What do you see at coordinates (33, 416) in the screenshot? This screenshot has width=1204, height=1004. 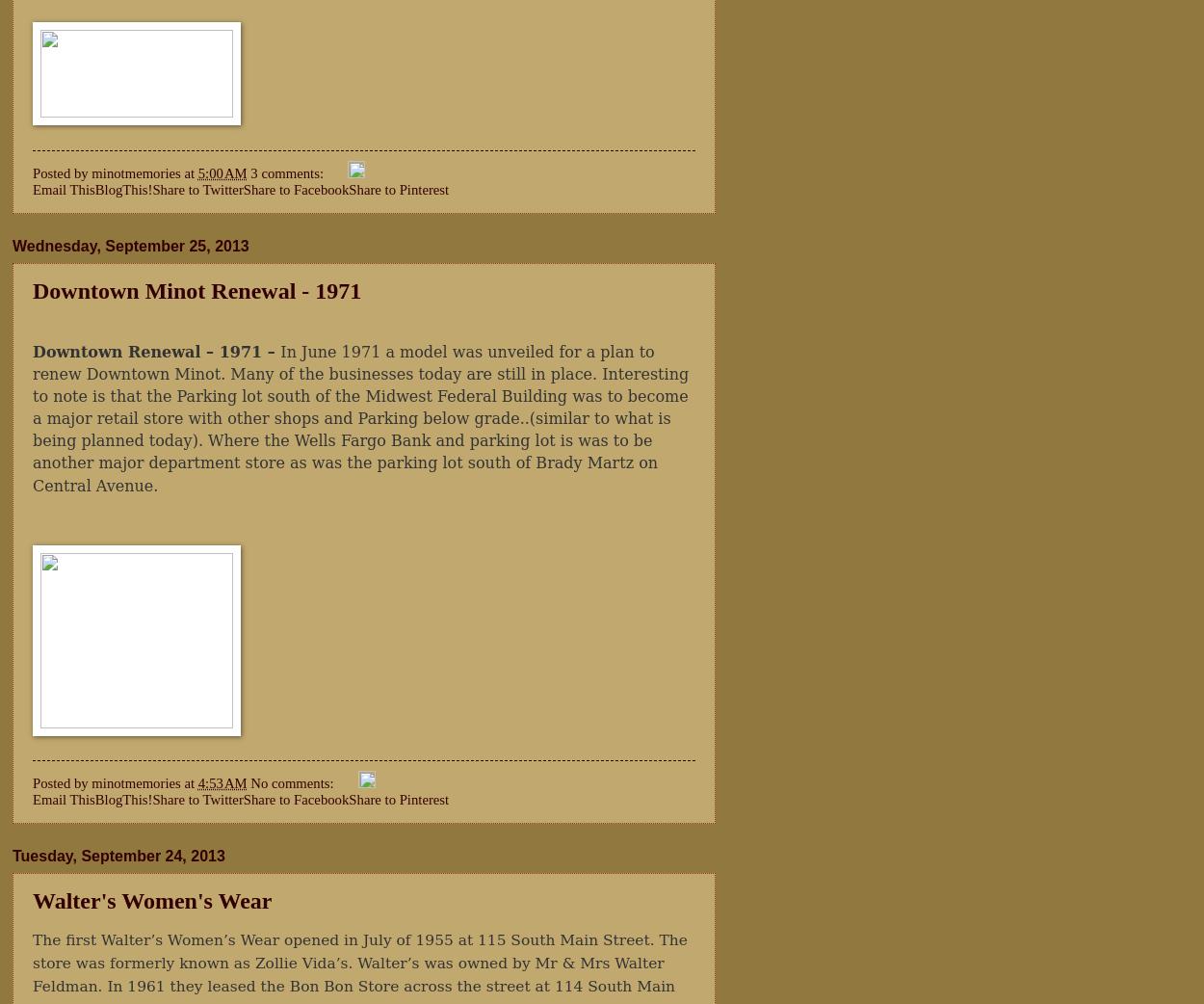 I see `'In June 1971 a model was unveiled for a plan to
renew Downtown Minot. Many of the businesses today are still in place.
Interesting to note is that the Parking lot south of the Midwest Federal
Building was to become a major retail store with other shops and Parking below
grade..(similar to what is being planned today). Where the Wells Fargo Bank and
parking lot is was to be another major department store as was the parking lot
south of Brady Martz on Central Avenue.'` at bounding box center [33, 416].